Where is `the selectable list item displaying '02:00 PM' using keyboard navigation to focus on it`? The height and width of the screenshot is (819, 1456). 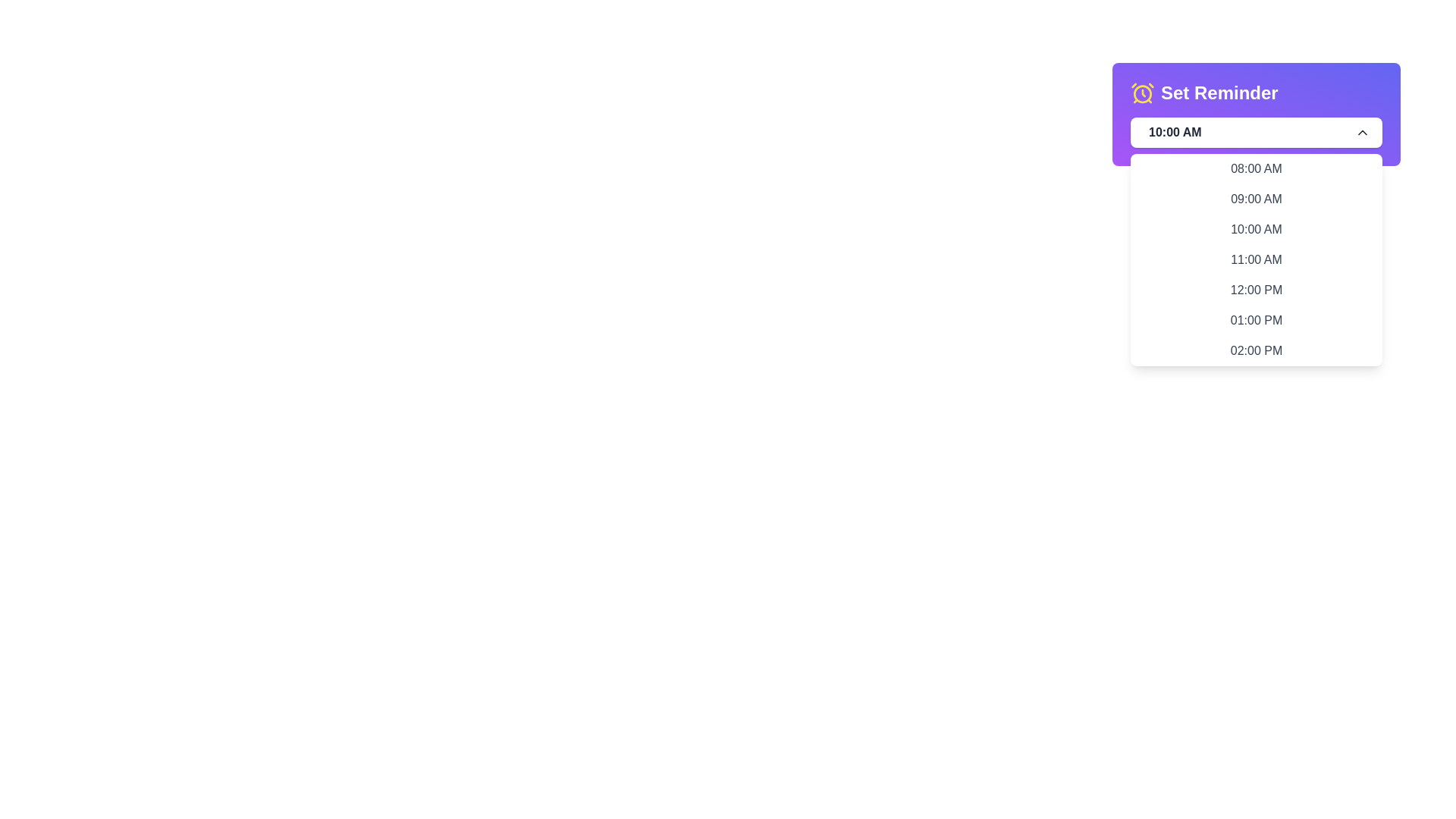 the selectable list item displaying '02:00 PM' using keyboard navigation to focus on it is located at coordinates (1256, 350).